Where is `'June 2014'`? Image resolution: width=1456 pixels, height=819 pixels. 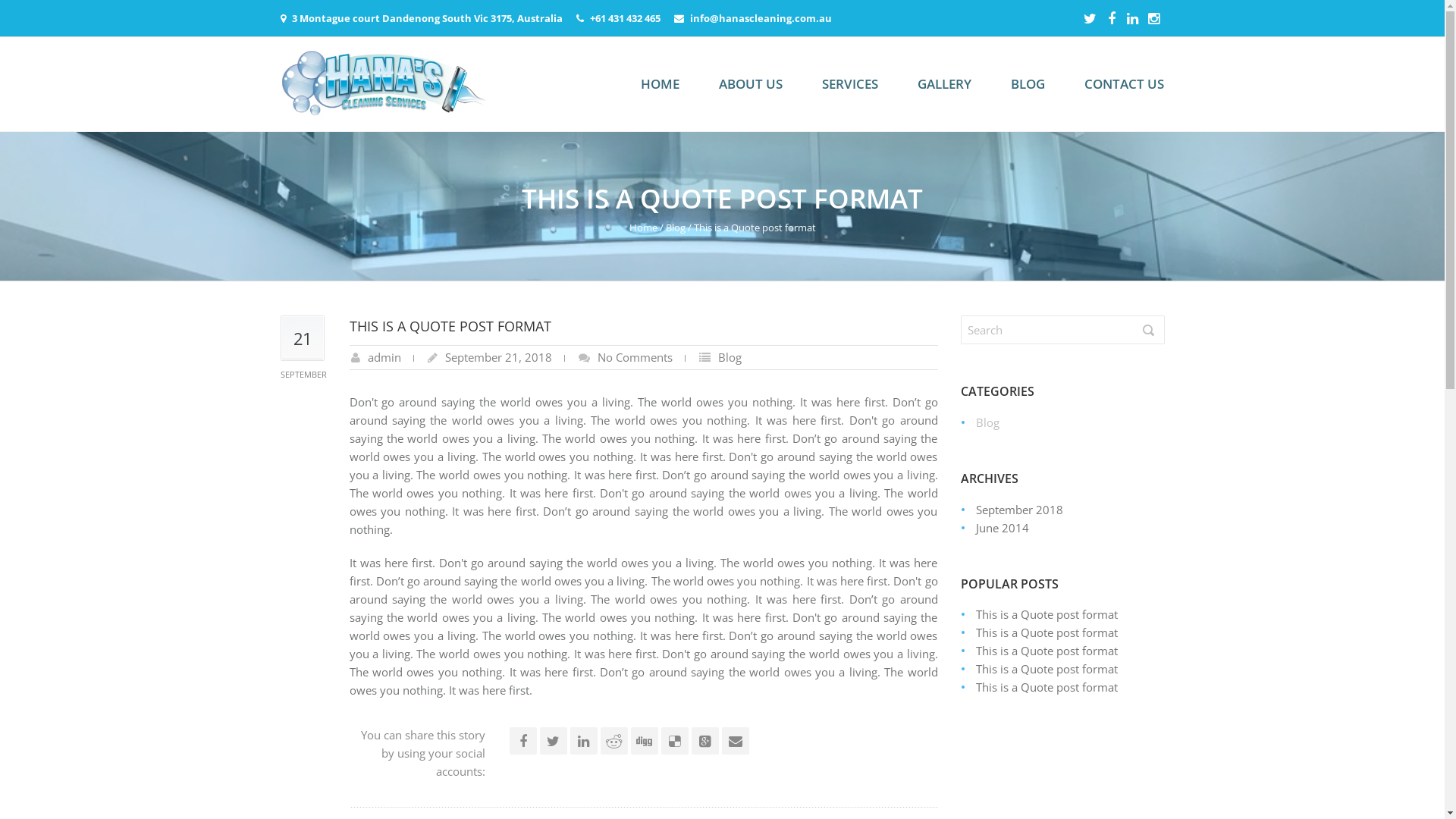
'June 2014' is located at coordinates (1001, 526).